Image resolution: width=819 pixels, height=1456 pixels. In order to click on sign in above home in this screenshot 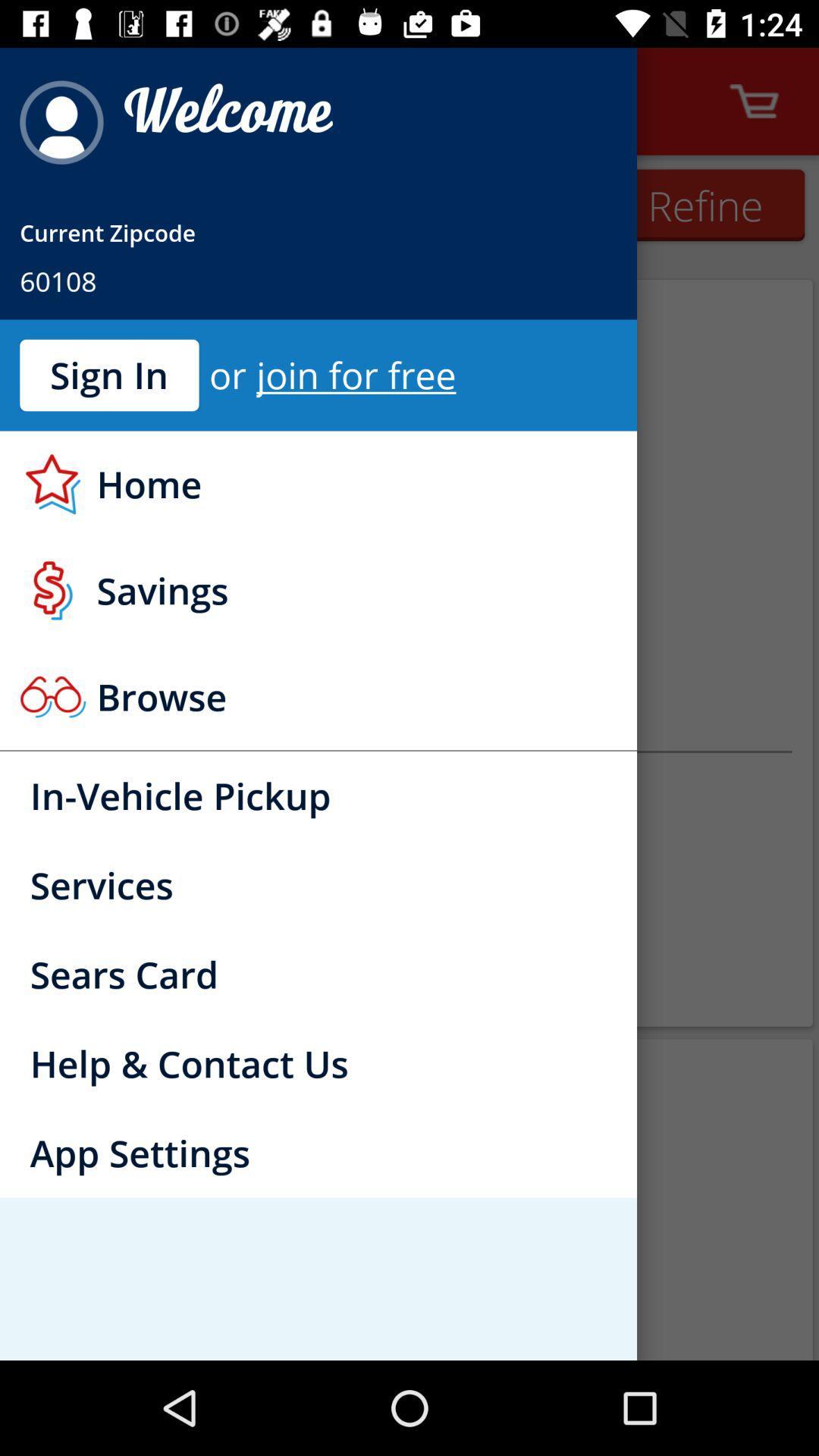, I will do `click(108, 375)`.